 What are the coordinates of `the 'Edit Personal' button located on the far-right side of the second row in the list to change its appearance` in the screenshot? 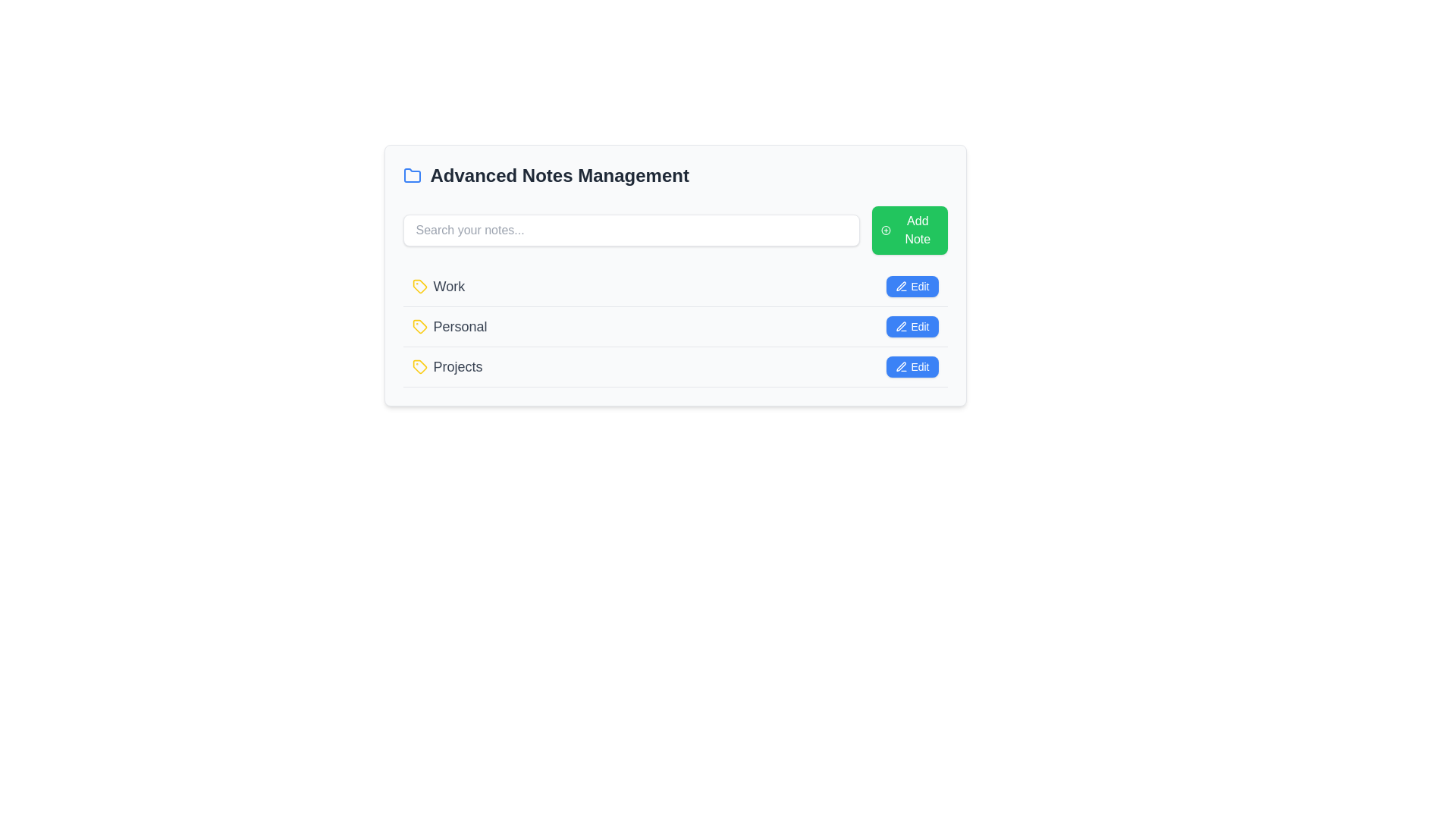 It's located at (912, 326).